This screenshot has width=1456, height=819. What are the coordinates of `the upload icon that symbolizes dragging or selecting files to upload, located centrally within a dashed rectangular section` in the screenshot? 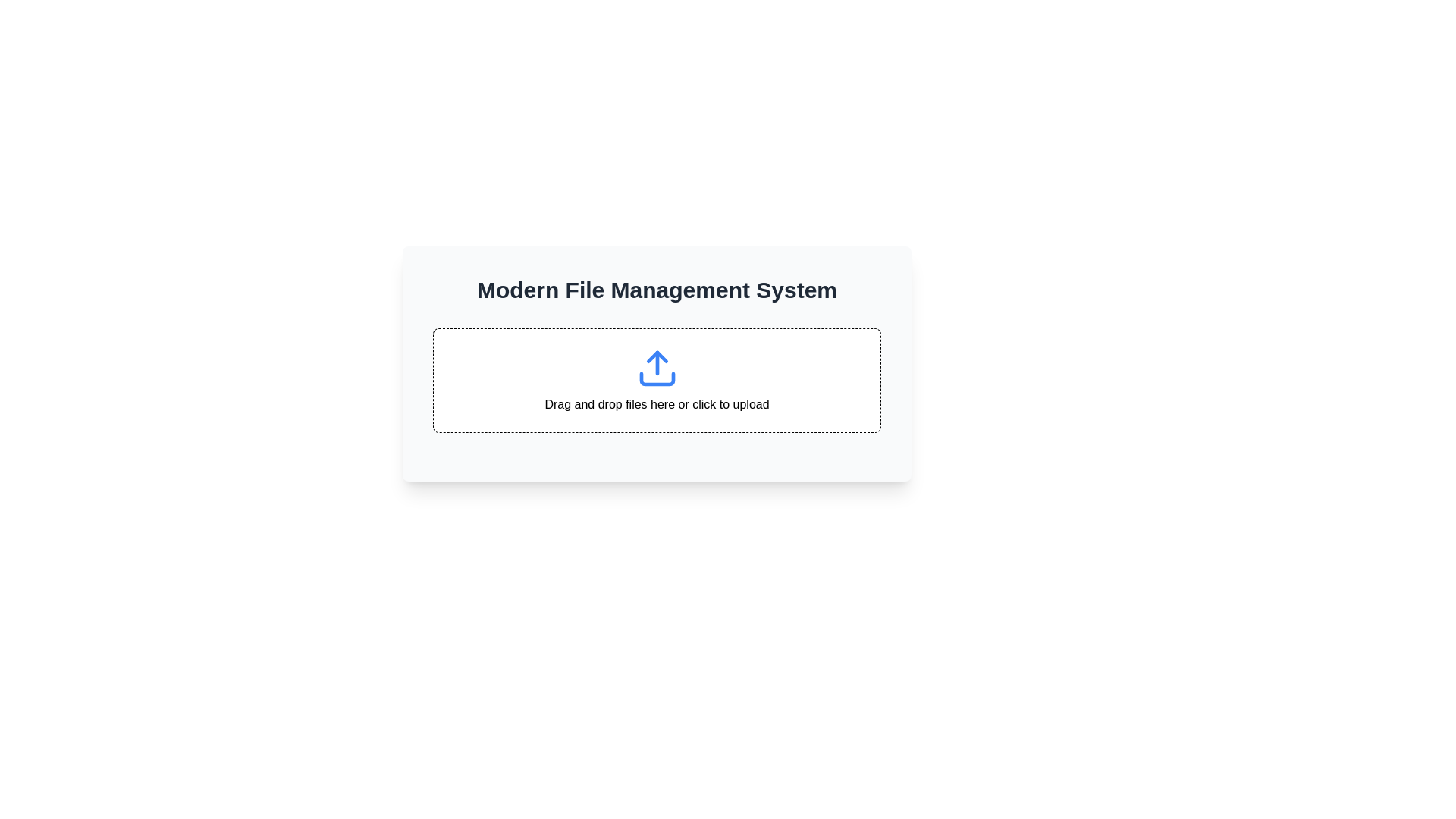 It's located at (657, 369).